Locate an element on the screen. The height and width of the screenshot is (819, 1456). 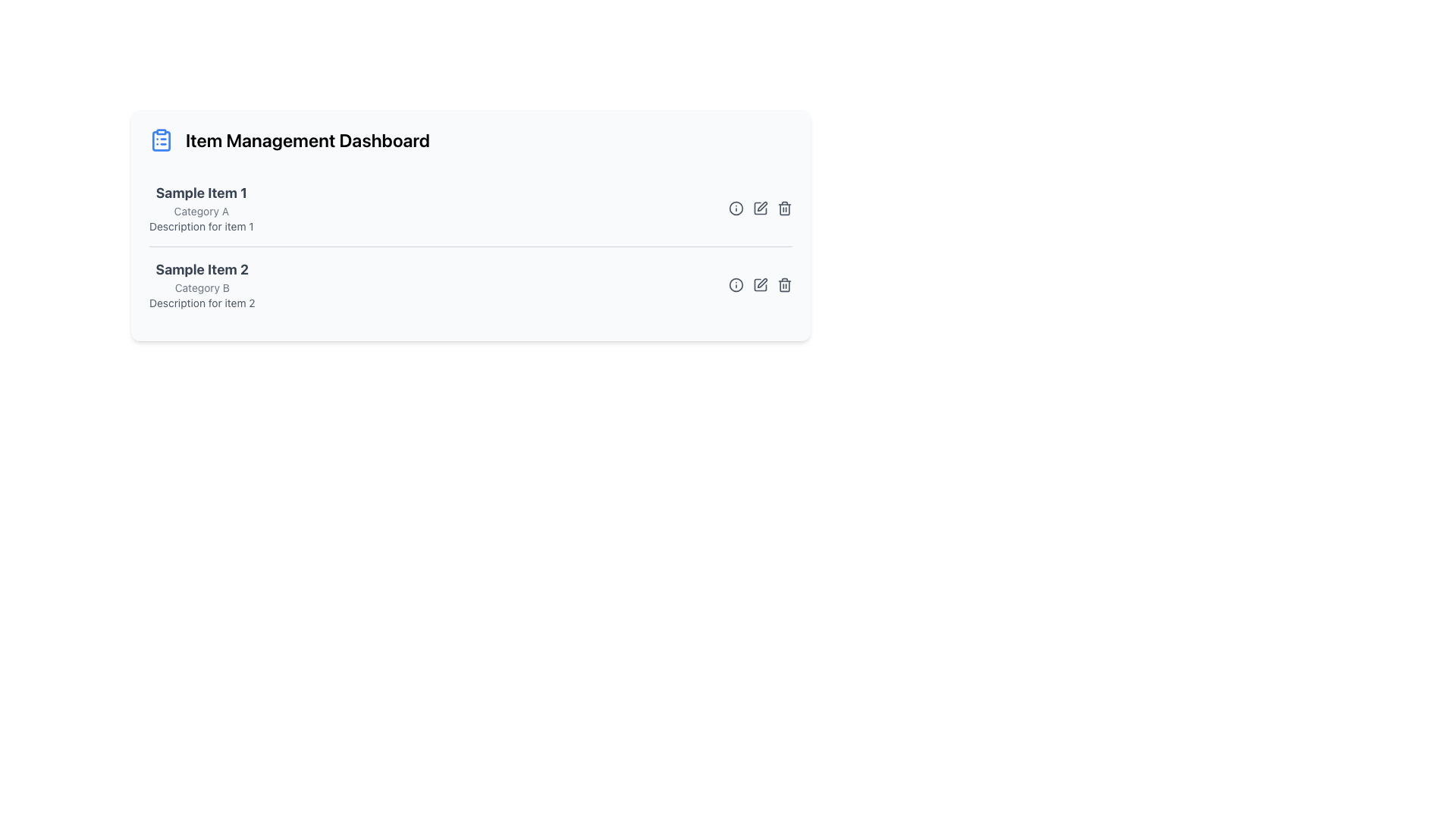
the first entry in the item management list labeled 'Sample Item 1' is located at coordinates (469, 208).